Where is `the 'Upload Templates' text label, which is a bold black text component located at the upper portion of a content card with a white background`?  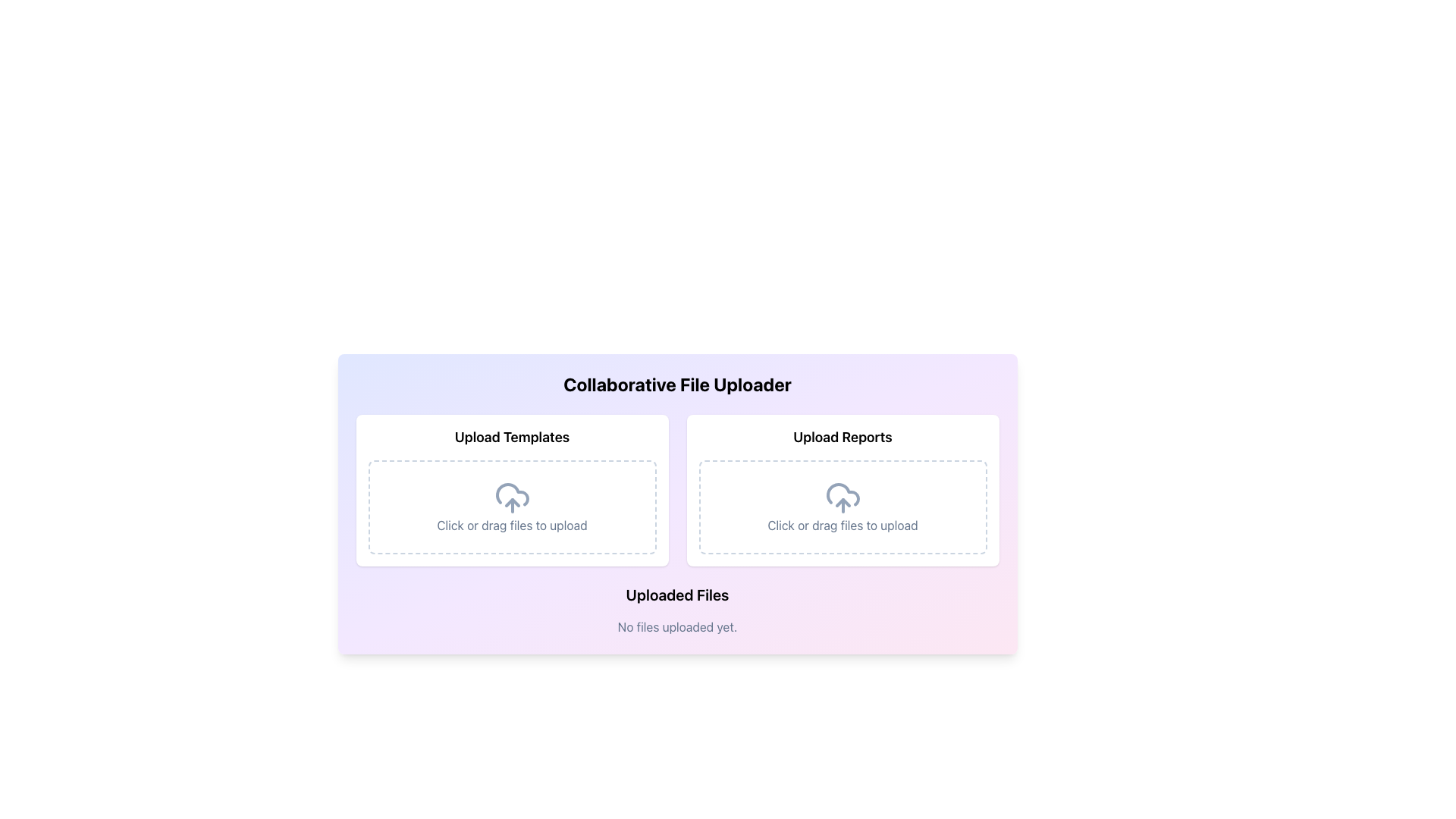
the 'Upload Templates' text label, which is a bold black text component located at the upper portion of a content card with a white background is located at coordinates (512, 438).